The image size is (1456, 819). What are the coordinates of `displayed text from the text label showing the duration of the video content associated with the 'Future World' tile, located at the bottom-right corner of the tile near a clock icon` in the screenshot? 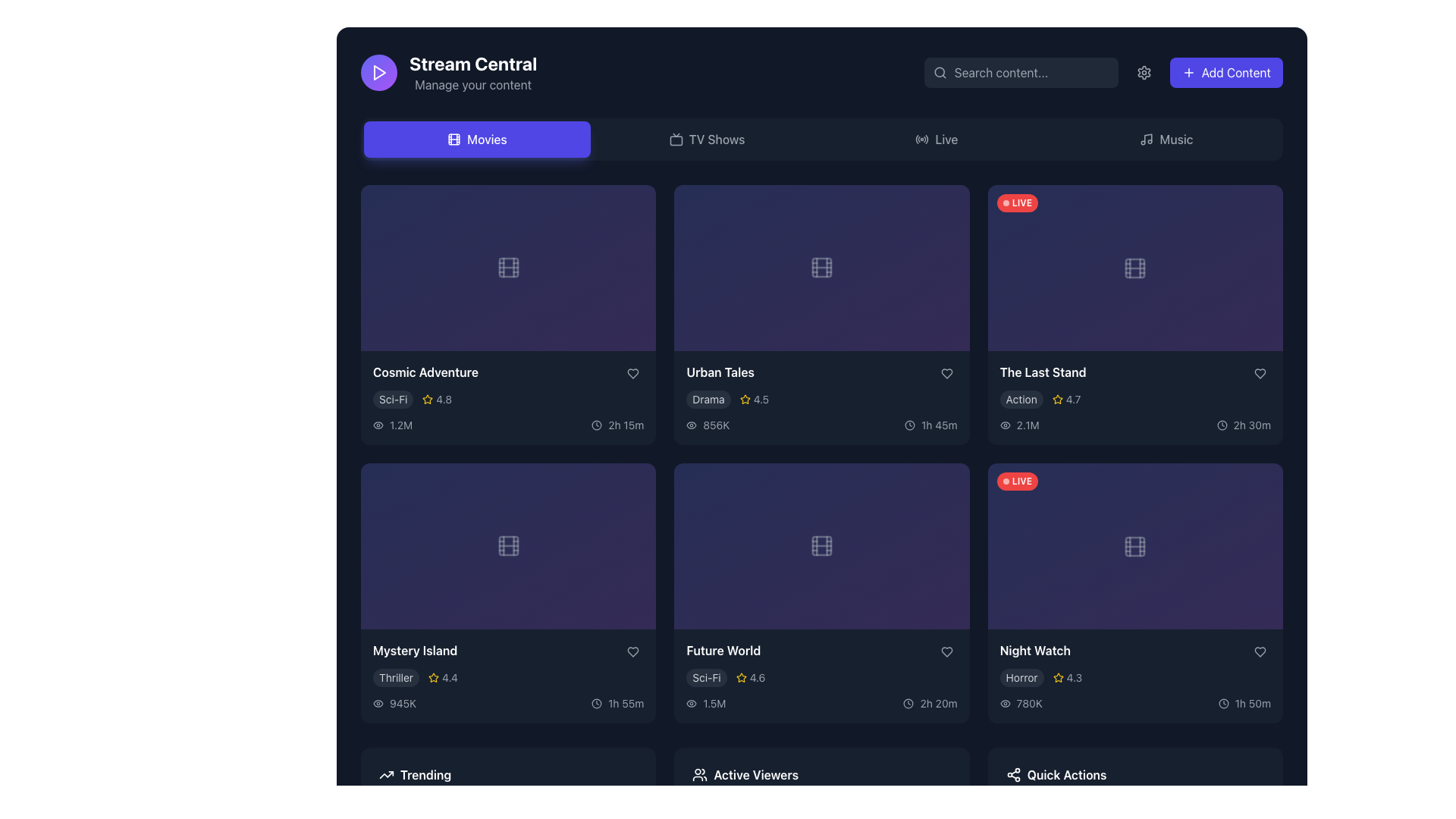 It's located at (938, 703).